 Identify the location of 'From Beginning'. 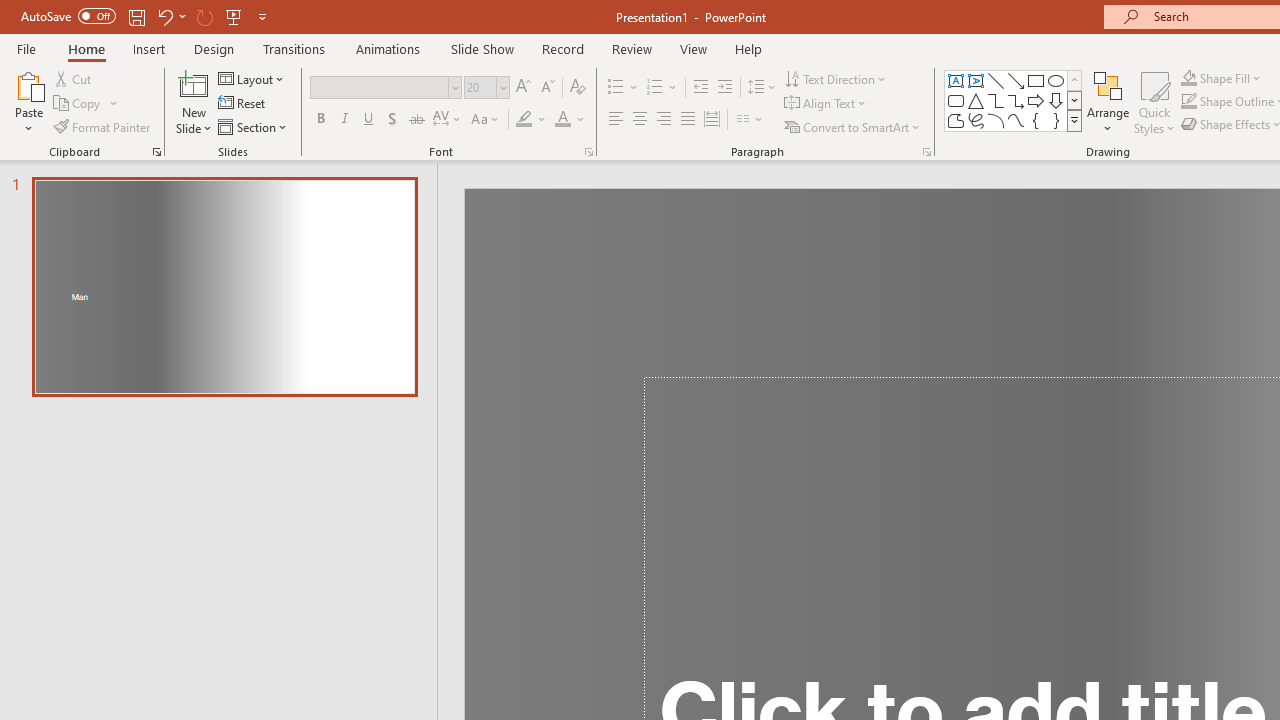
(234, 16).